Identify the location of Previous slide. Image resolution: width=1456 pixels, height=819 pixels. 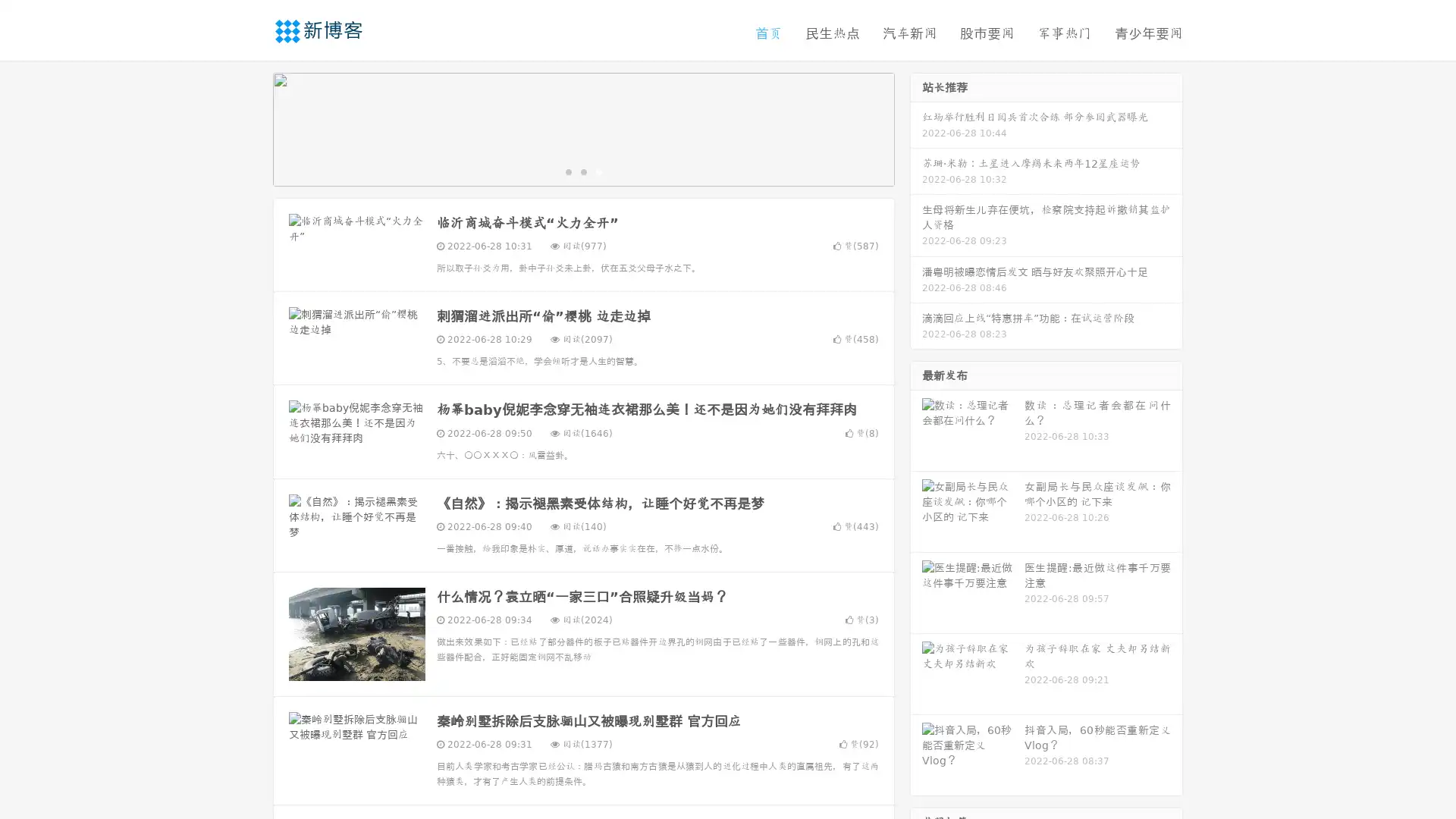
(250, 127).